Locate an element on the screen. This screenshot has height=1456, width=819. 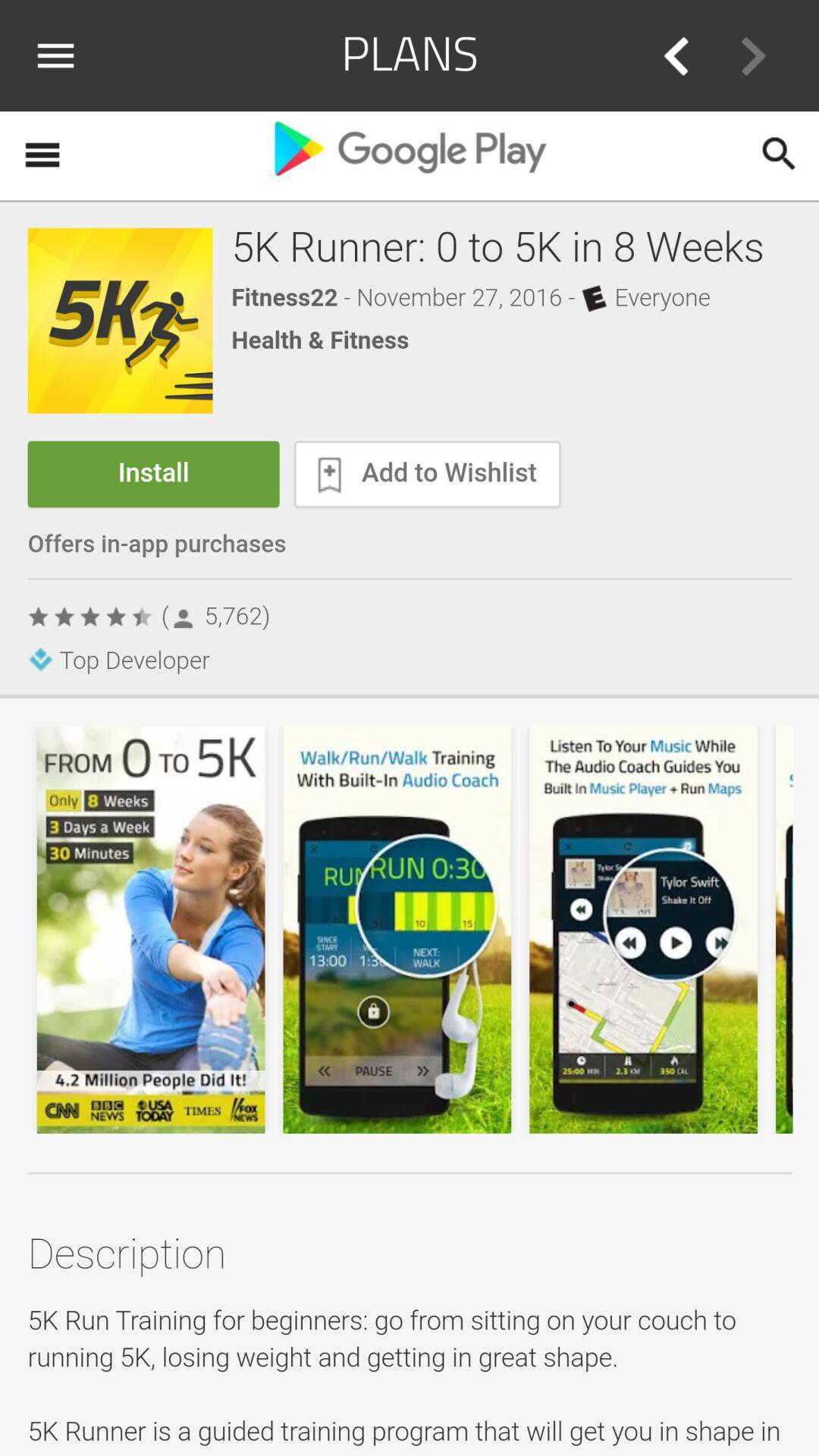
got to next plan is located at coordinates (753, 55).